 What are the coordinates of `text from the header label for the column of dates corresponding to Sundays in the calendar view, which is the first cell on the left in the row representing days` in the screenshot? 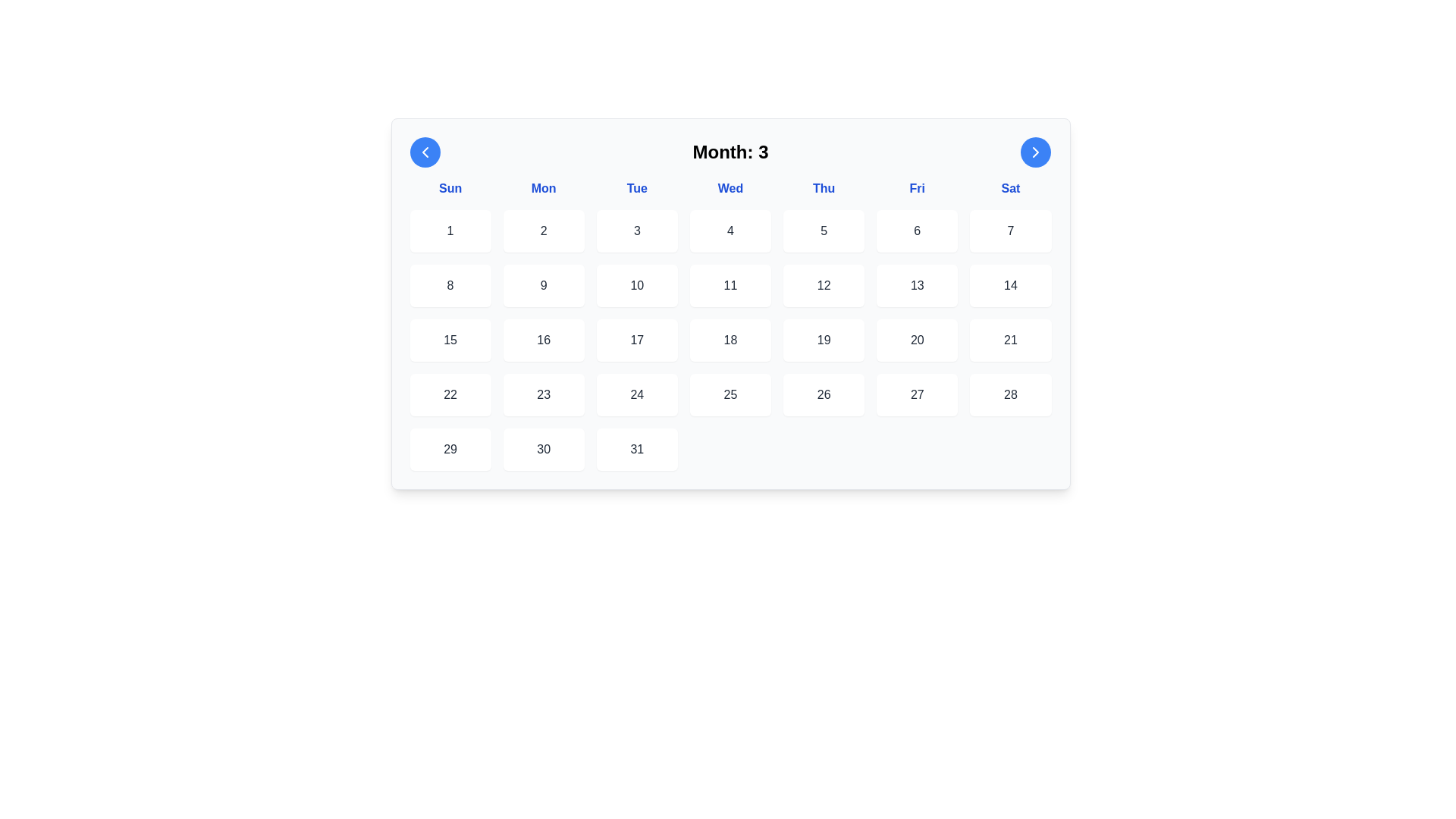 It's located at (450, 188).